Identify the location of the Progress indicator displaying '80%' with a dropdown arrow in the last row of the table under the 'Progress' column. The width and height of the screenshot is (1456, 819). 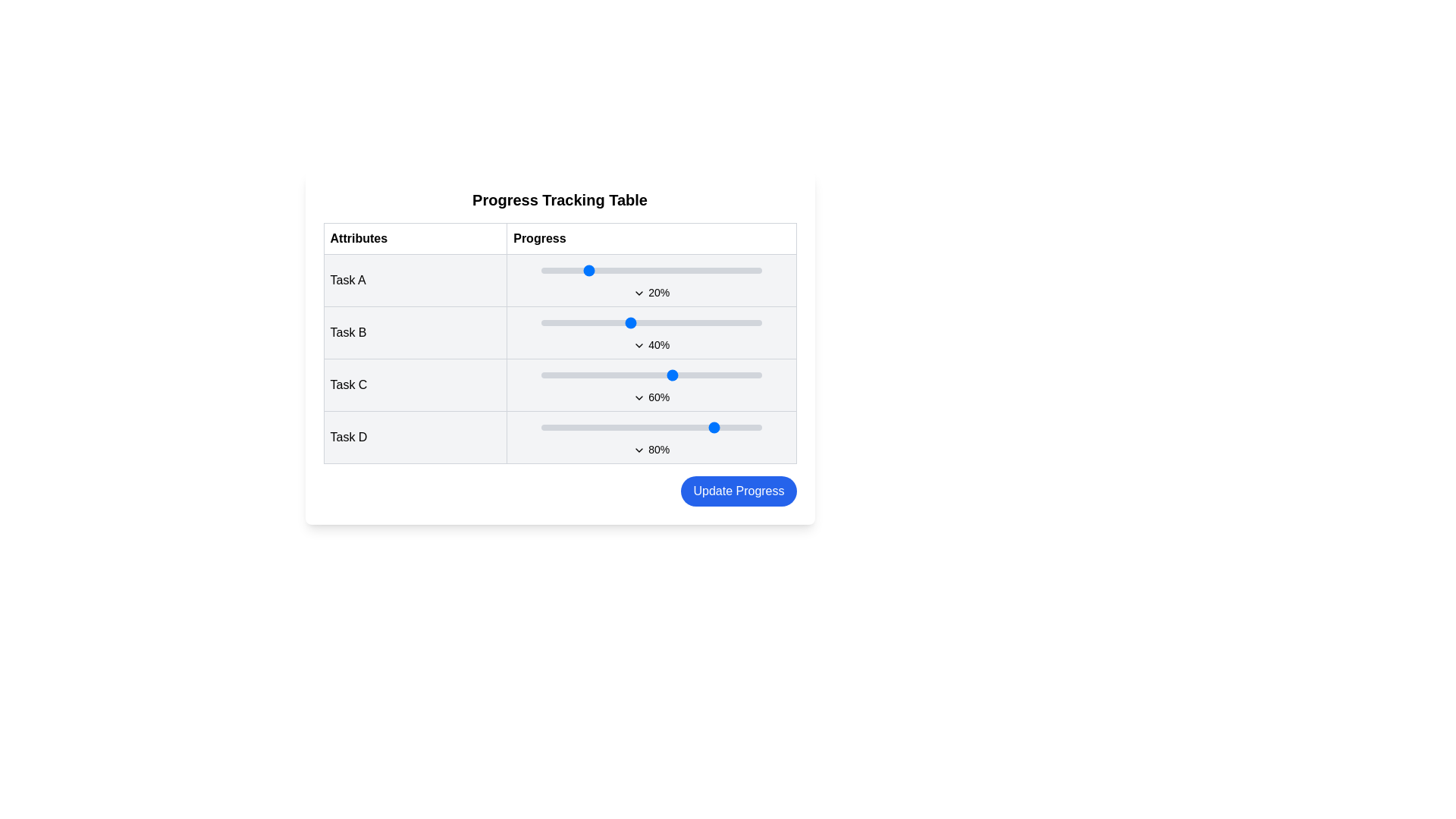
(651, 446).